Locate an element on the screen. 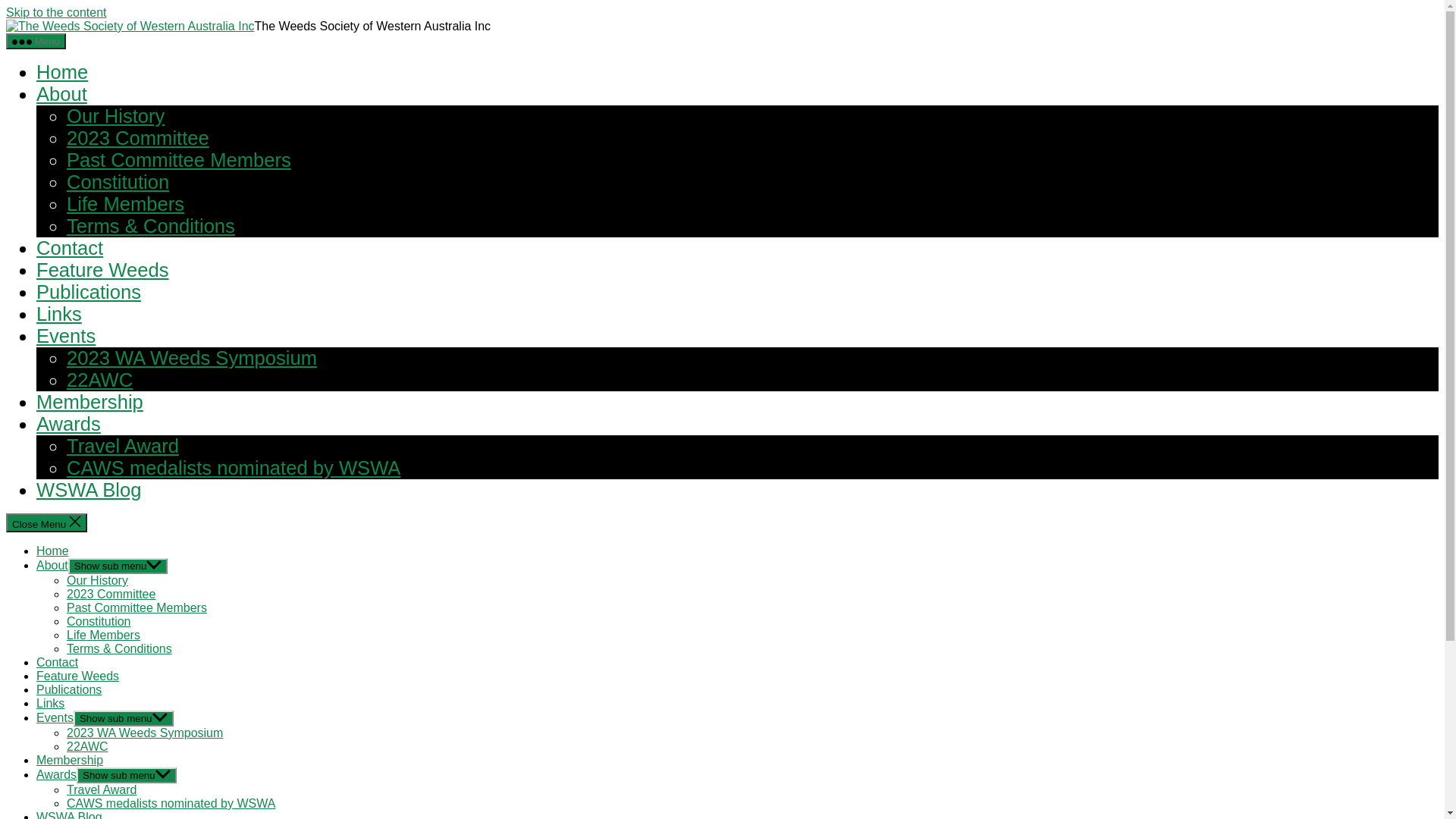 The width and height of the screenshot is (1456, 819). 'Membership' is located at coordinates (68, 760).